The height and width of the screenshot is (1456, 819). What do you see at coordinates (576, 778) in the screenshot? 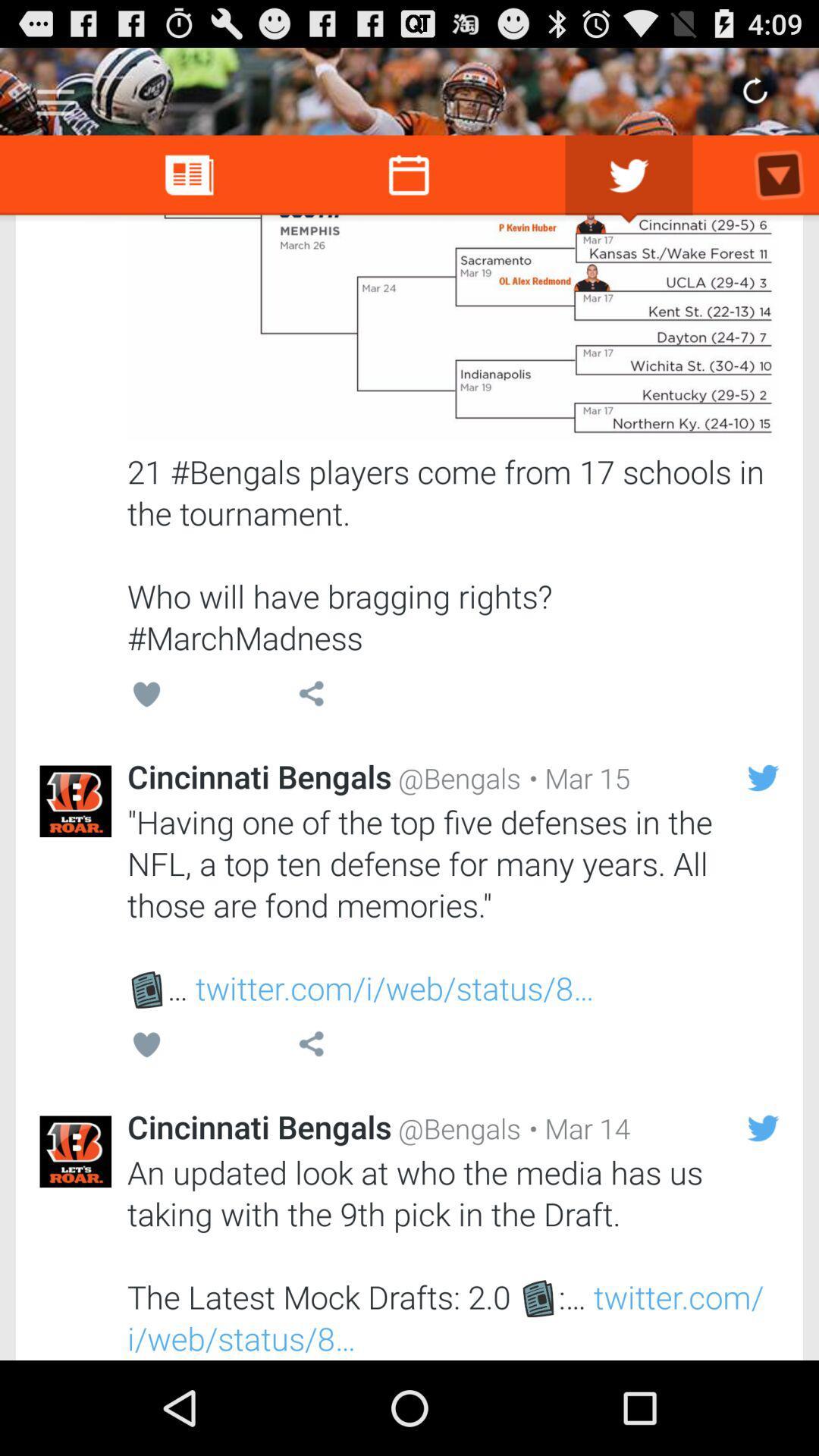
I see `the item below 21 bengals players item` at bounding box center [576, 778].